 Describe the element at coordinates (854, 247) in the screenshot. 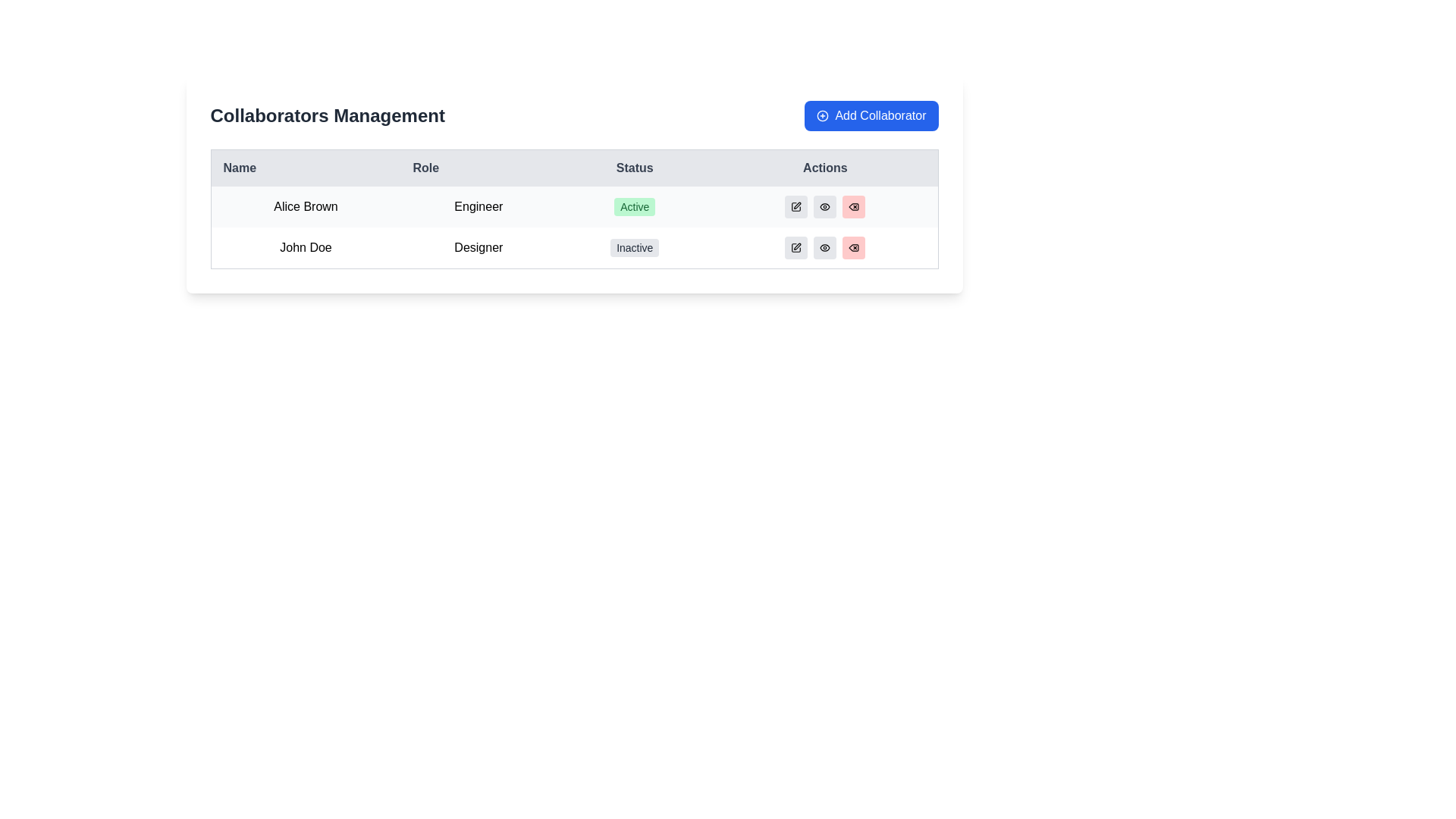

I see `the delete icon button with a red background, located in the third position of the 'Actions' column in the second row of the table` at that location.